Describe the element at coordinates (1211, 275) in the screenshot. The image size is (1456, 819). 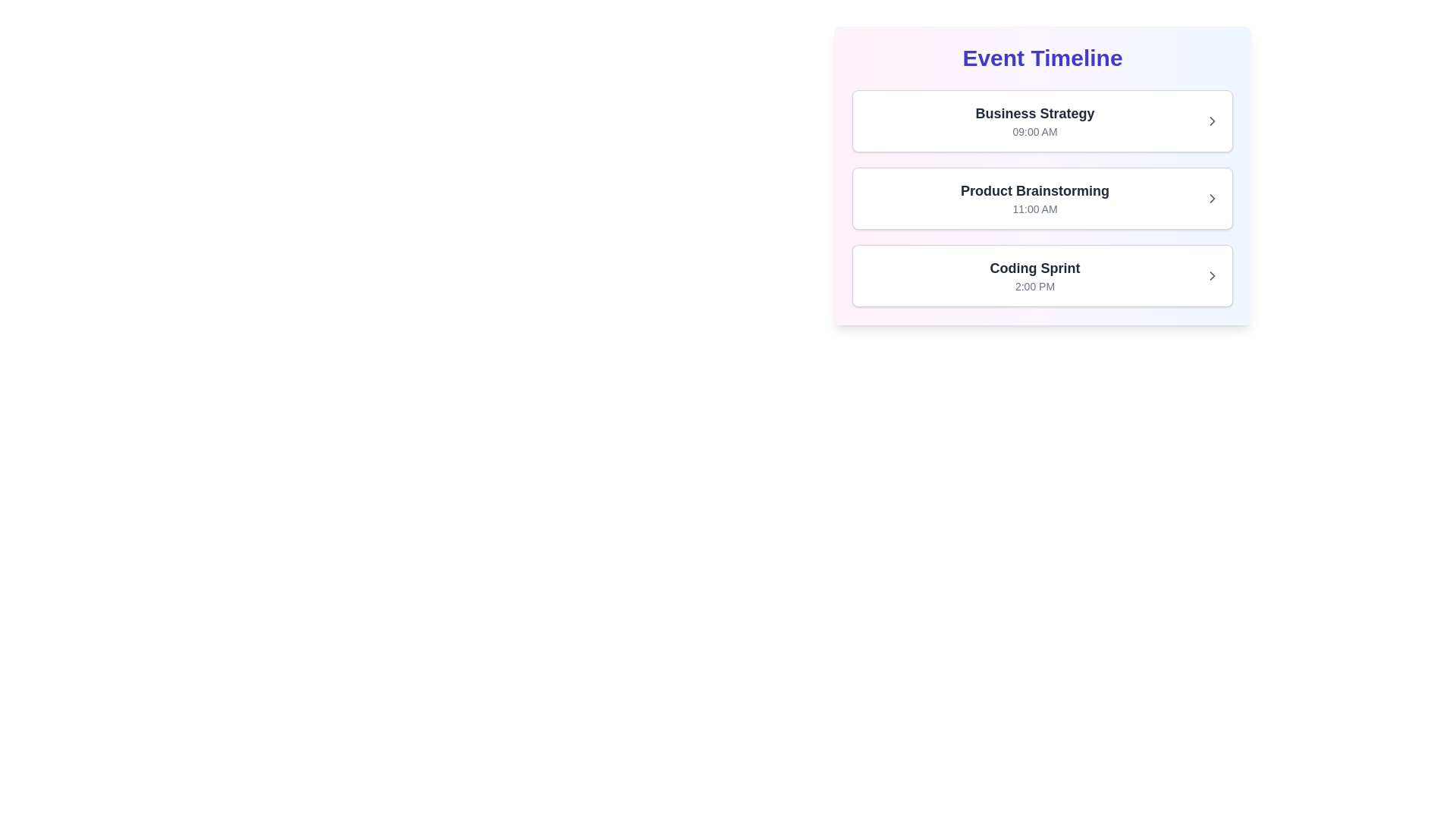
I see `the navigational chevron icon located at the far right edge of the bottom 'Coding Sprint' event block in the 'Event Timeline' section` at that location.